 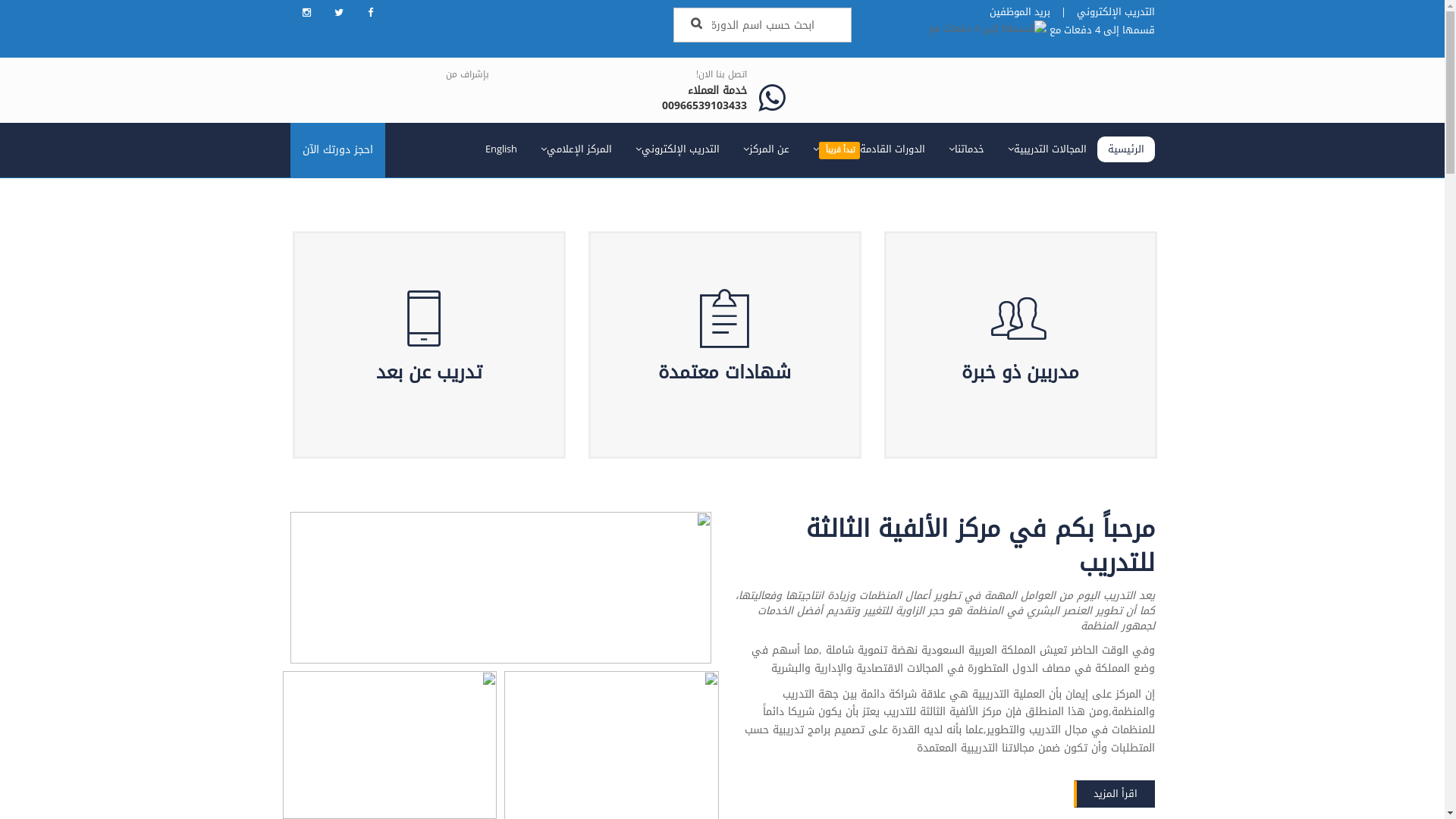 I want to click on '00966539103433', so click(x=662, y=105).